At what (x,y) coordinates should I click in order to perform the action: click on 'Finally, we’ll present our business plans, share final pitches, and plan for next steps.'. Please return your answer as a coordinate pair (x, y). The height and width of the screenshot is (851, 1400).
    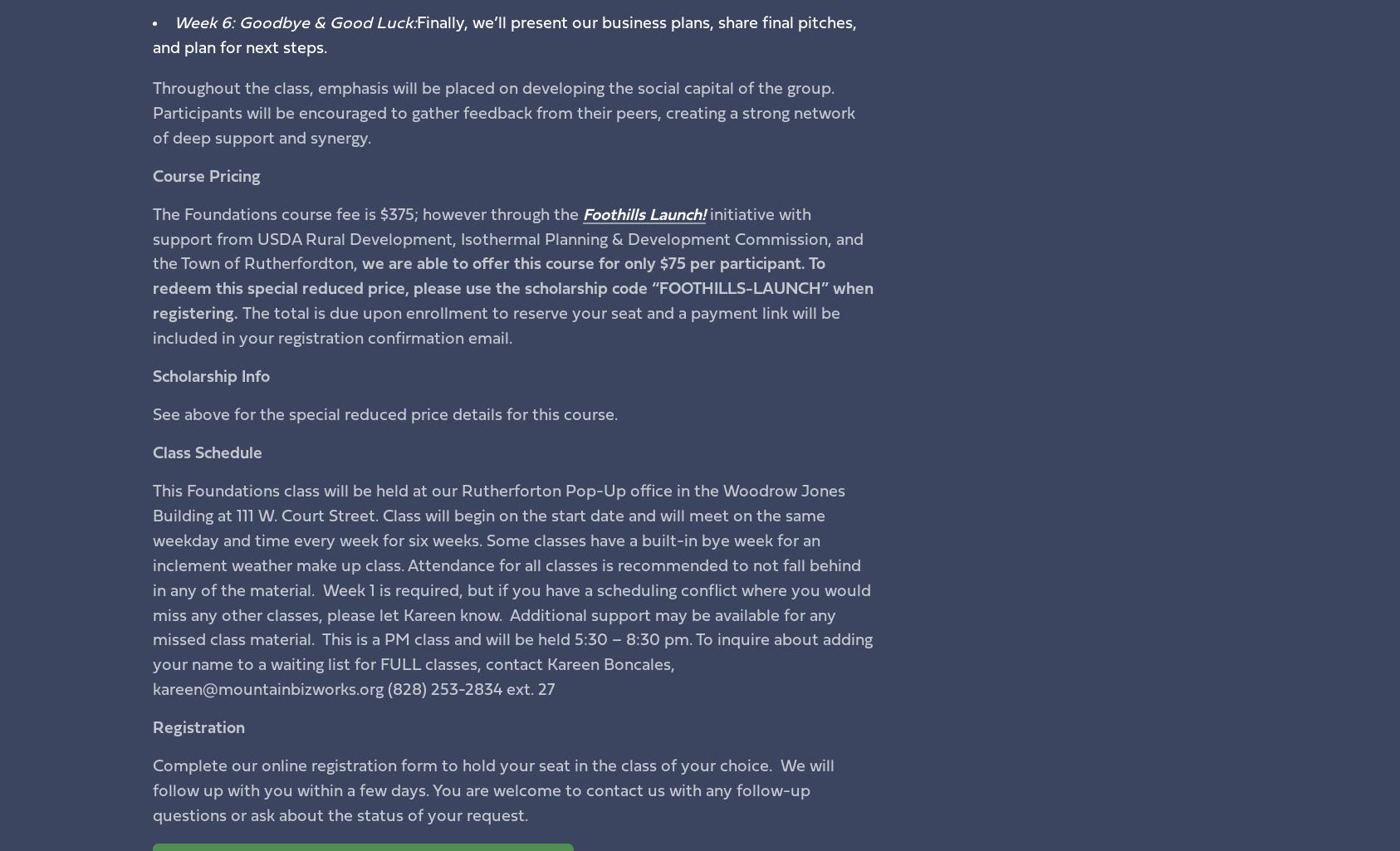
    Looking at the image, I should click on (502, 36).